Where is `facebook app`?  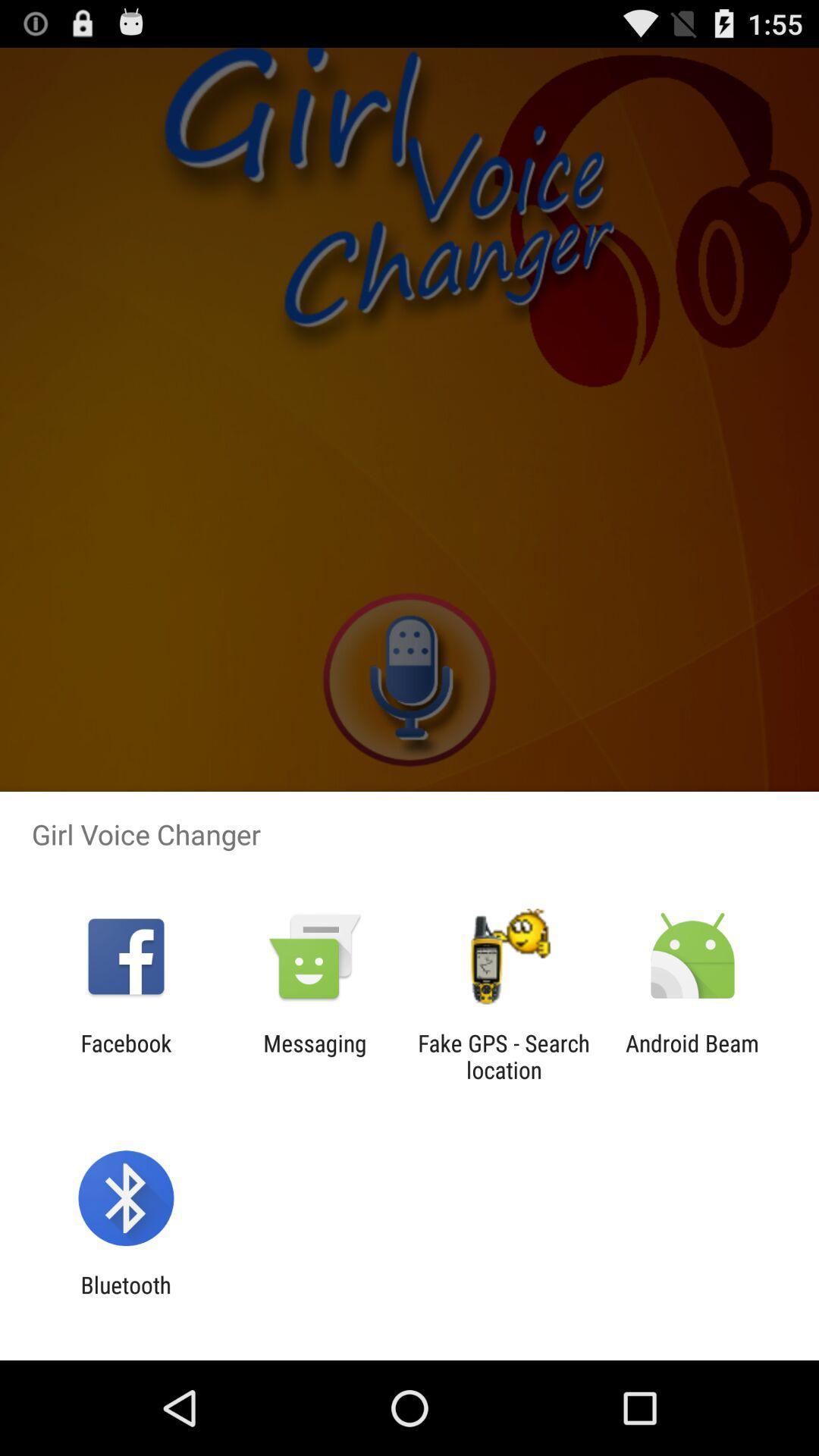 facebook app is located at coordinates (125, 1056).